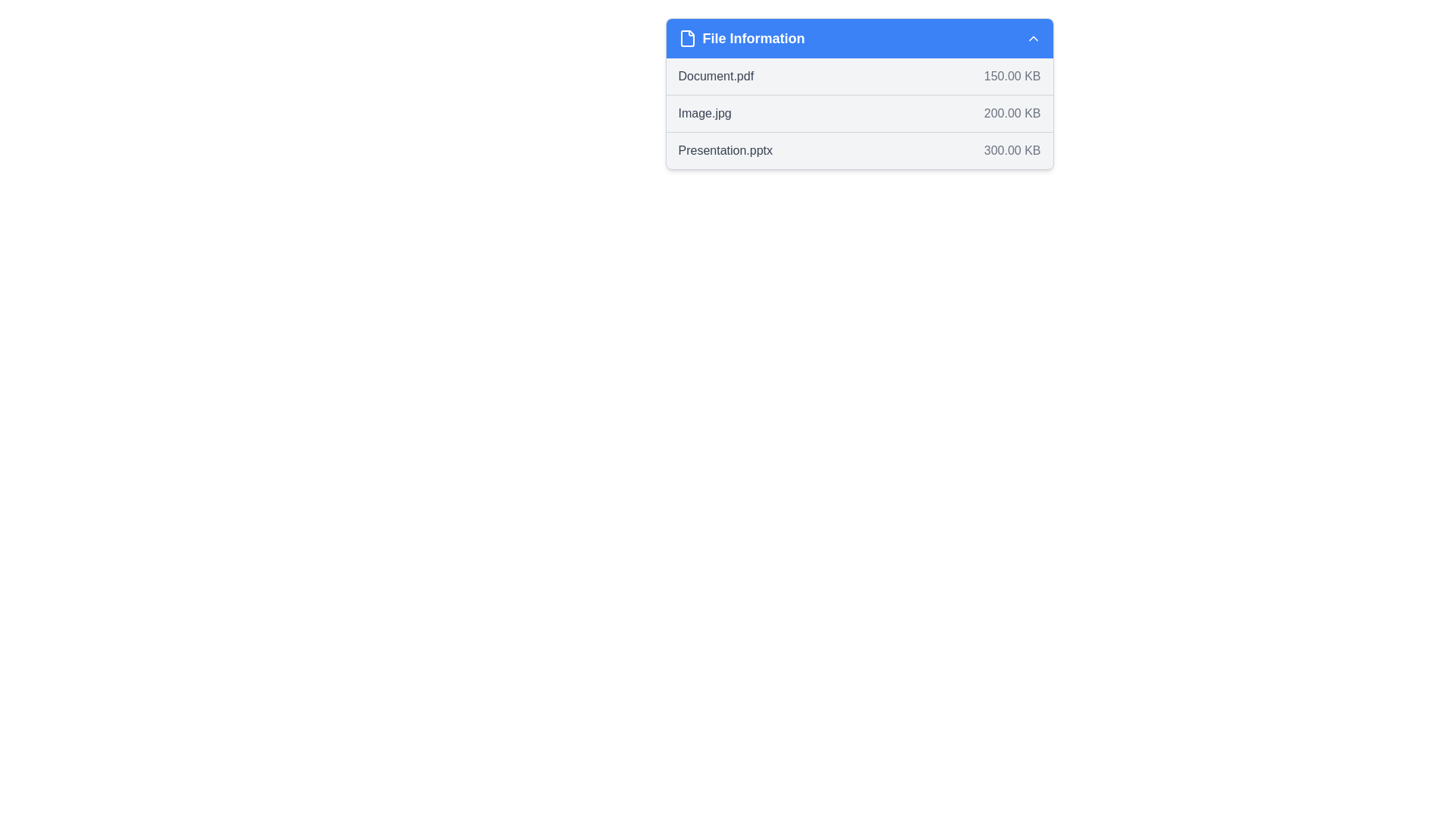 The image size is (1456, 819). I want to click on the text label displaying the file name 'Presentation.pptx' located in the third row of the 'File Information' section, to the left of the size information, so click(724, 151).